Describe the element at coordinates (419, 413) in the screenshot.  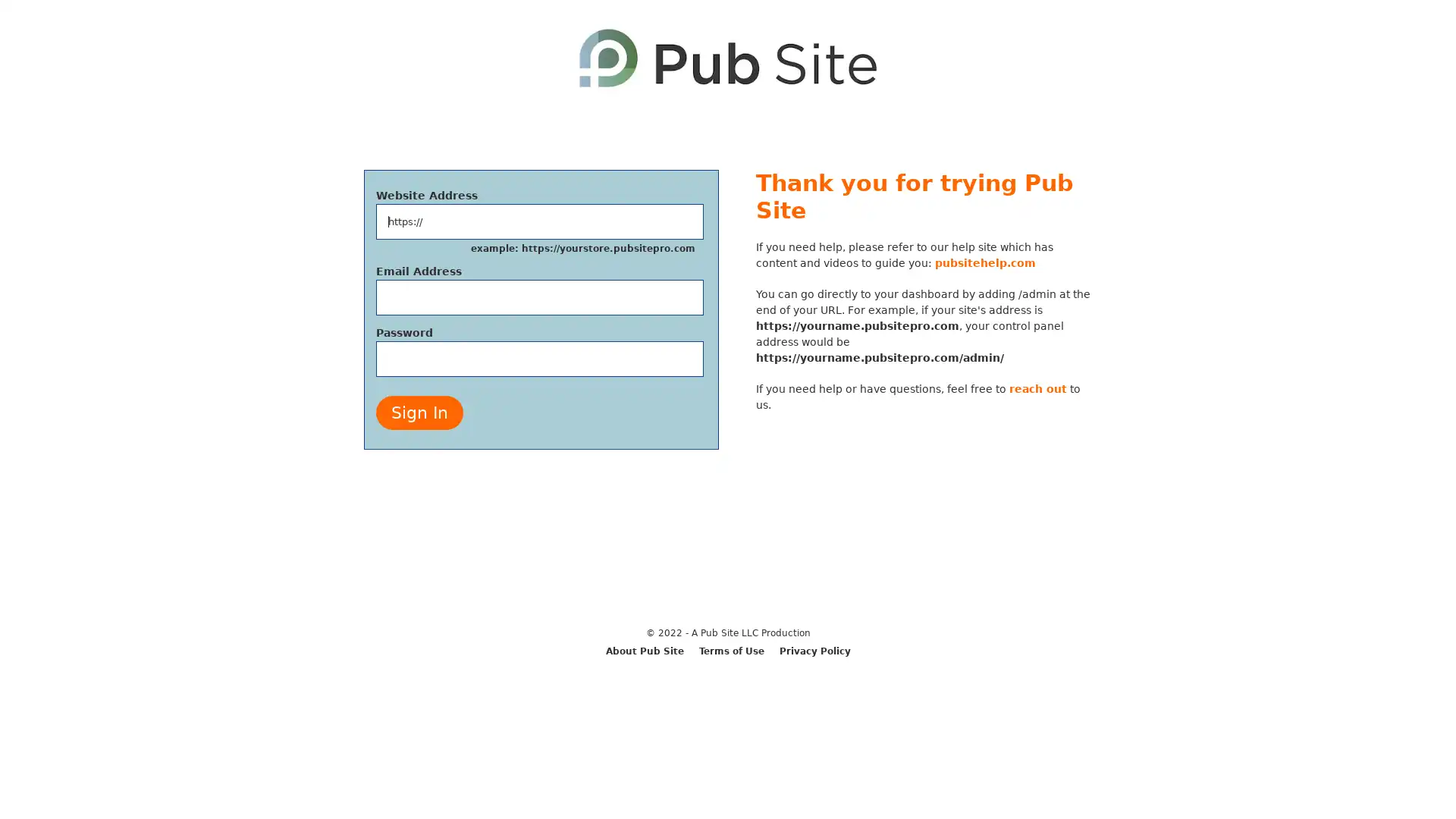
I see `Sign In` at that location.